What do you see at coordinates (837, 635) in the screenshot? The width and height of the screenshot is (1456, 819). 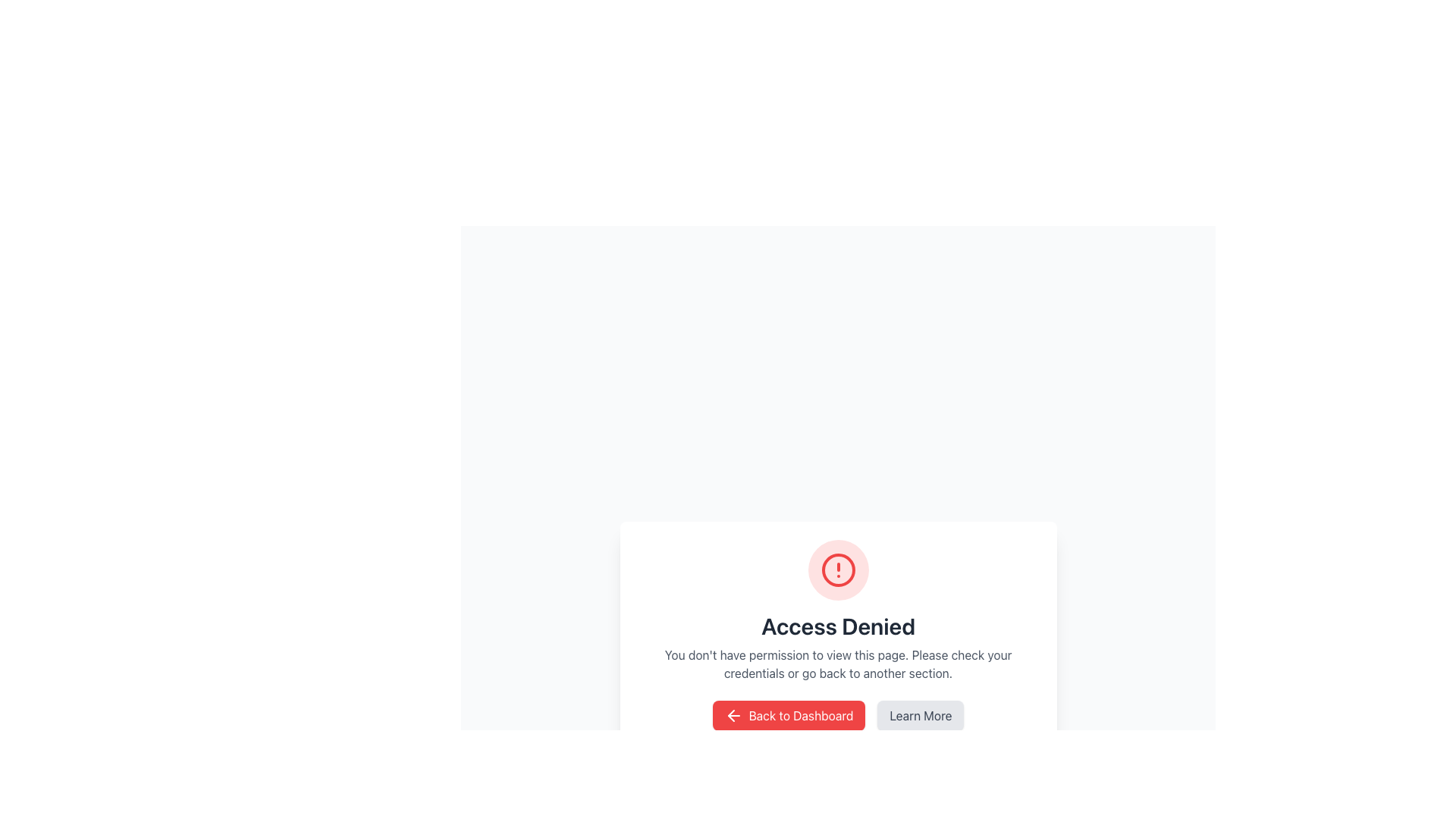 I see `warning message displayed in the Notification/alert dialog with the text 'Access Denied' located below the warning icon` at bounding box center [837, 635].